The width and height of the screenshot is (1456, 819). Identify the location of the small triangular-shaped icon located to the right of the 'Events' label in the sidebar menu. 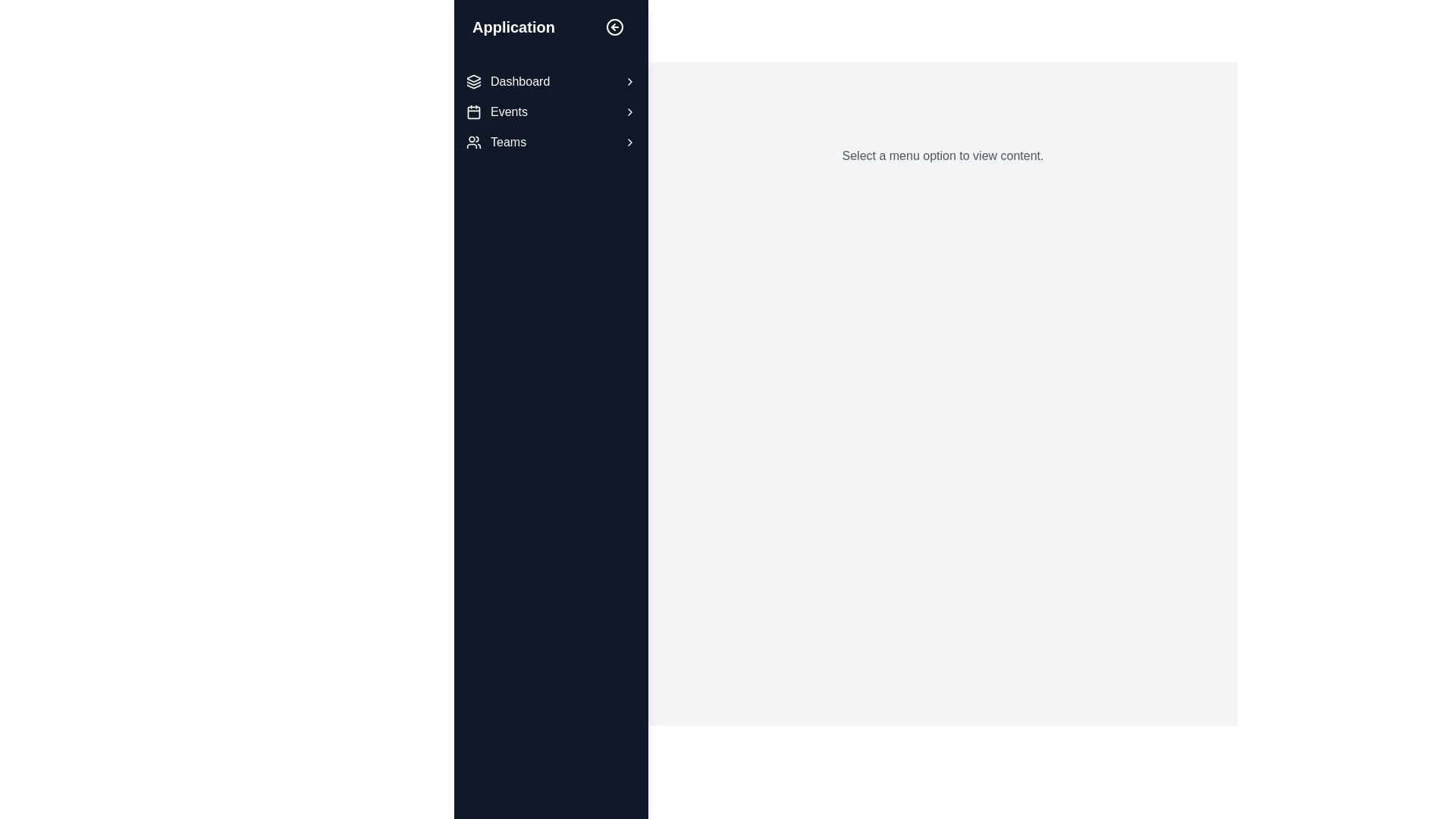
(629, 111).